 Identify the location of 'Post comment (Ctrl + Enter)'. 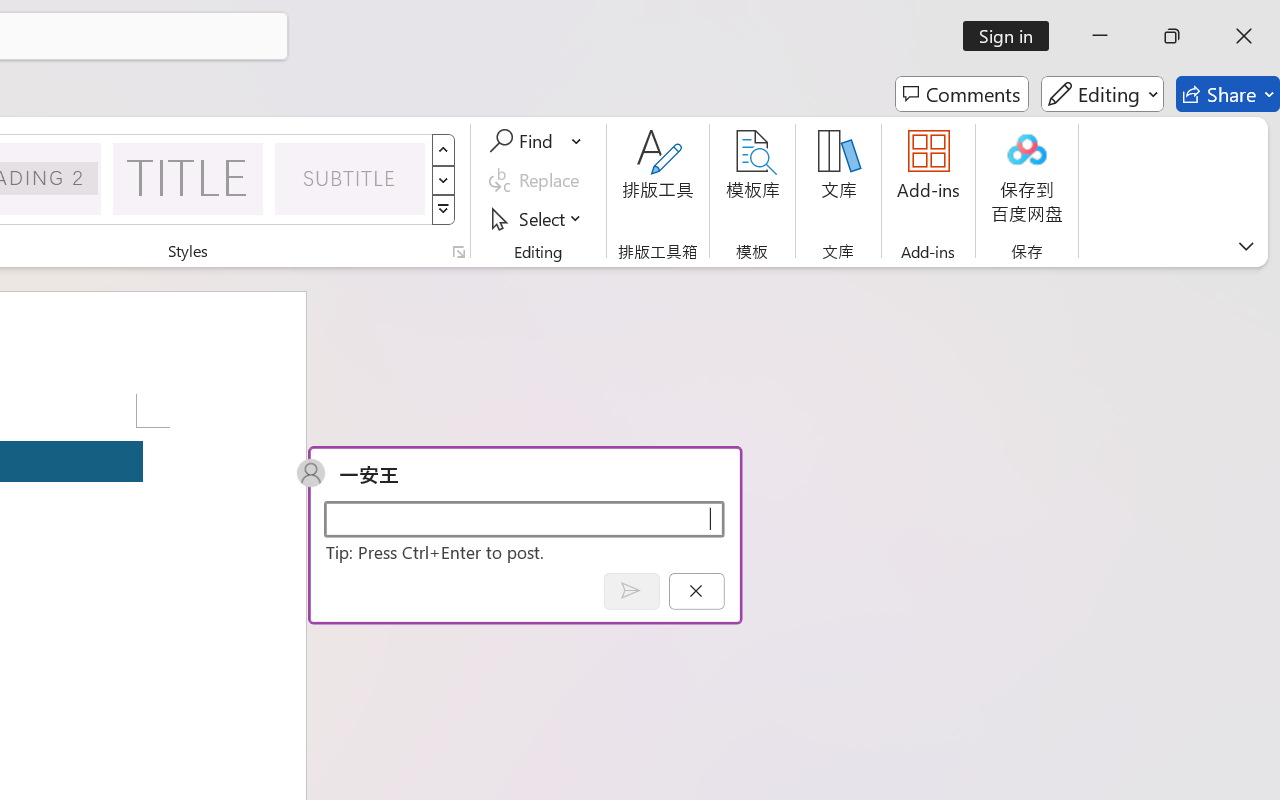
(630, 590).